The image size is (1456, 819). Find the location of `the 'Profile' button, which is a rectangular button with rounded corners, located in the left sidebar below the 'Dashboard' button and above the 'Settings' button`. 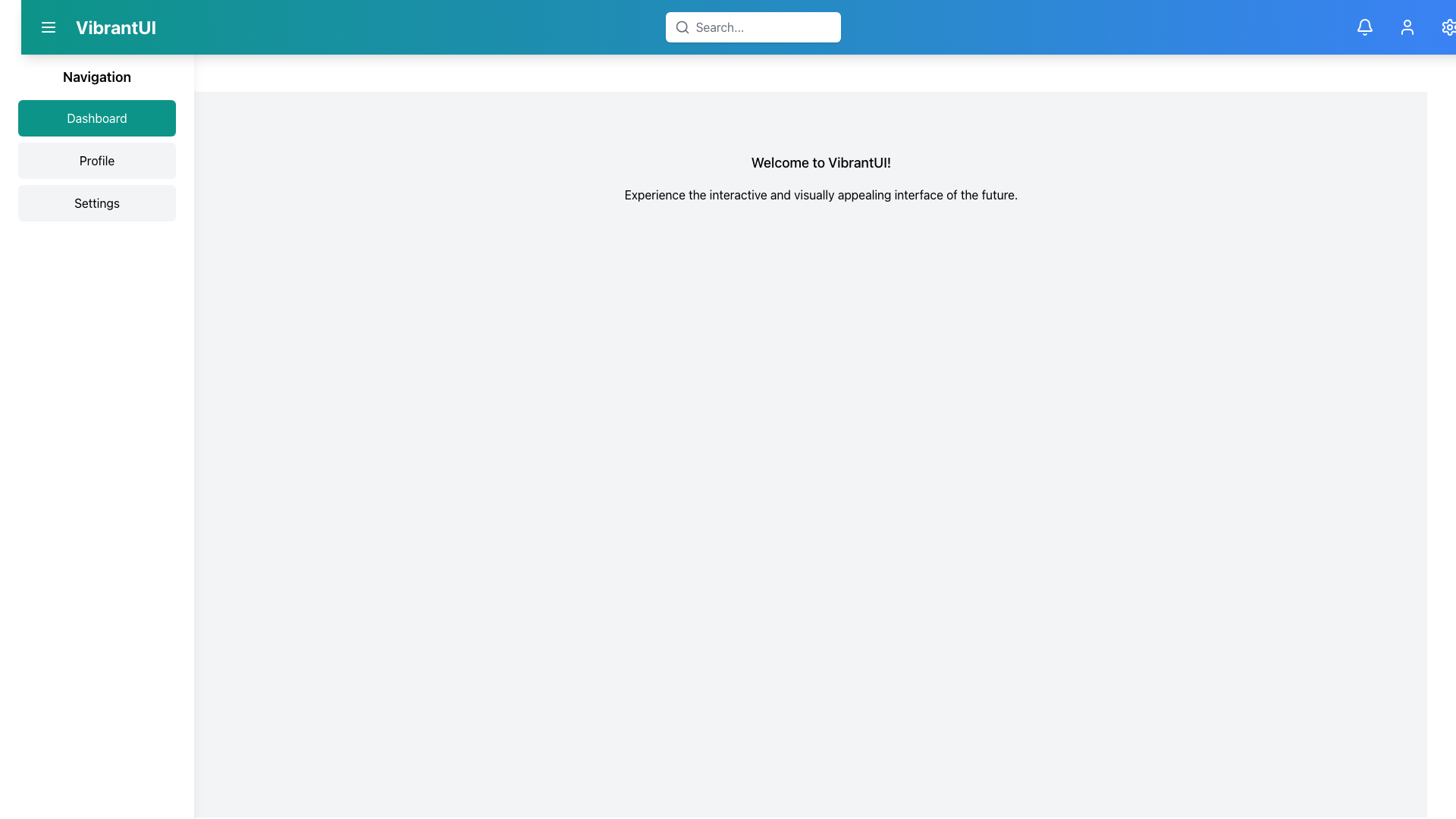

the 'Profile' button, which is a rectangular button with rounded corners, located in the left sidebar below the 'Dashboard' button and above the 'Settings' button is located at coordinates (96, 161).